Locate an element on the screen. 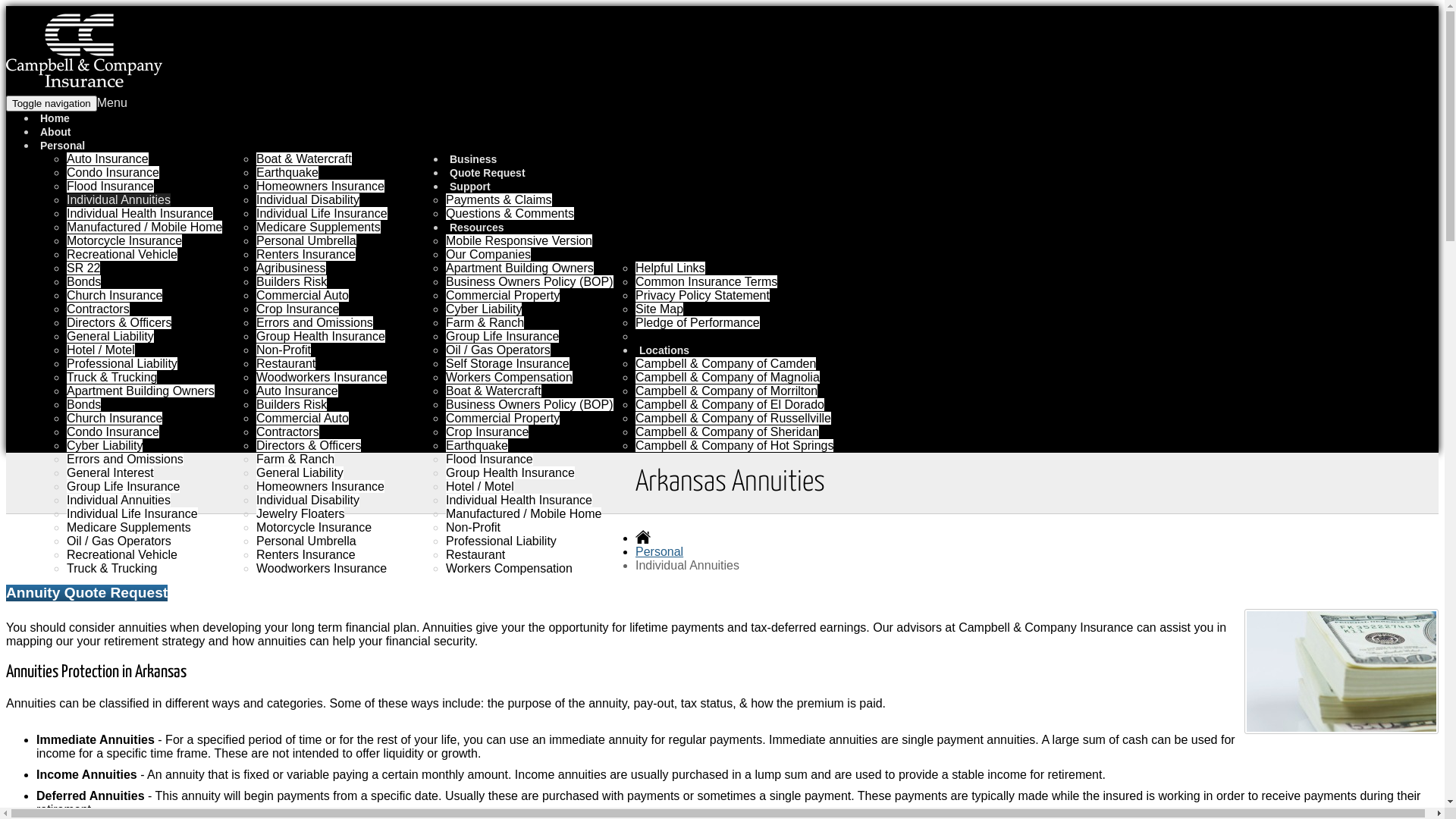  'Non-Profit' is located at coordinates (284, 350).